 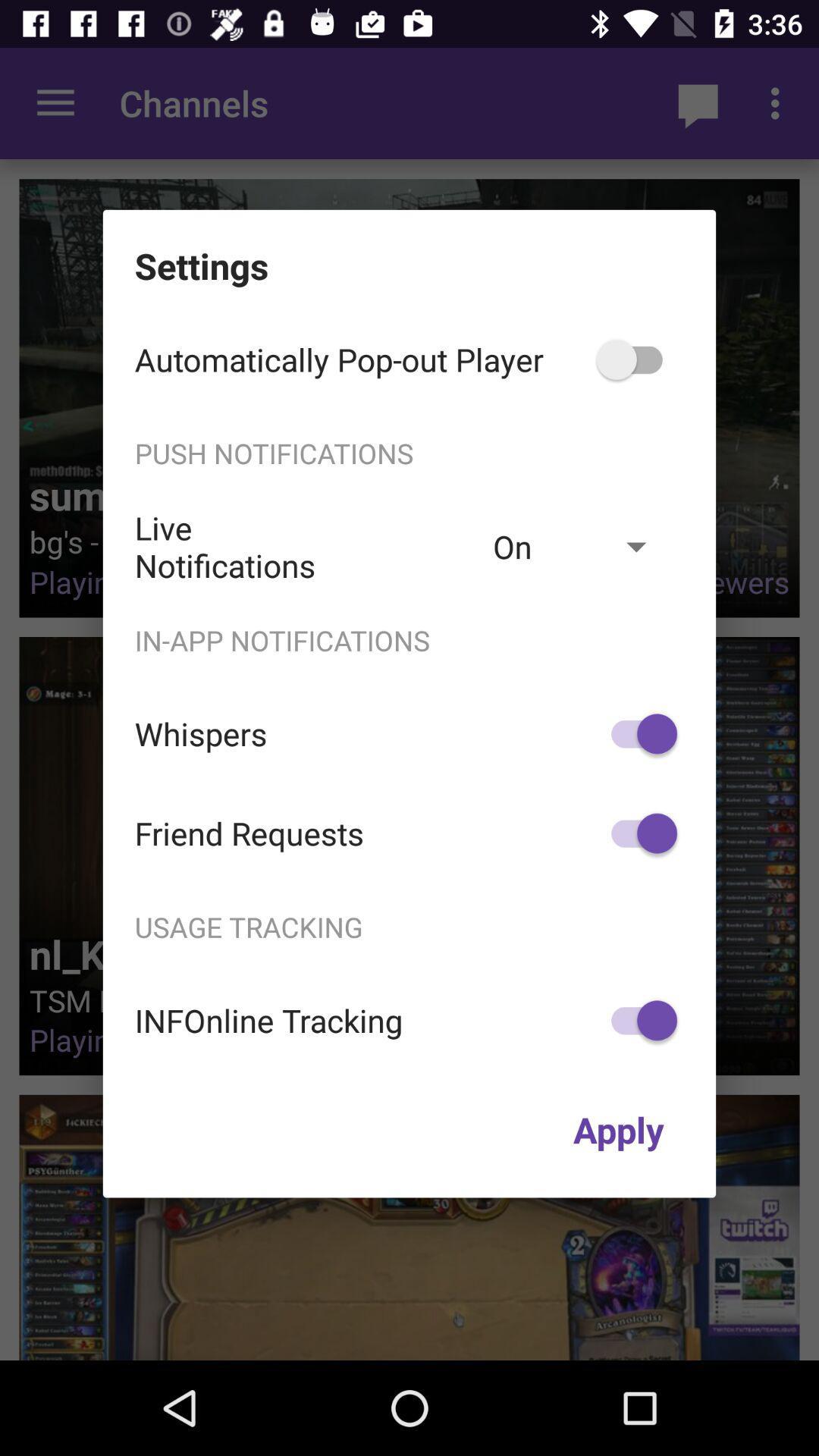 What do you see at coordinates (637, 833) in the screenshot?
I see `icon to the right of friend requests item` at bounding box center [637, 833].